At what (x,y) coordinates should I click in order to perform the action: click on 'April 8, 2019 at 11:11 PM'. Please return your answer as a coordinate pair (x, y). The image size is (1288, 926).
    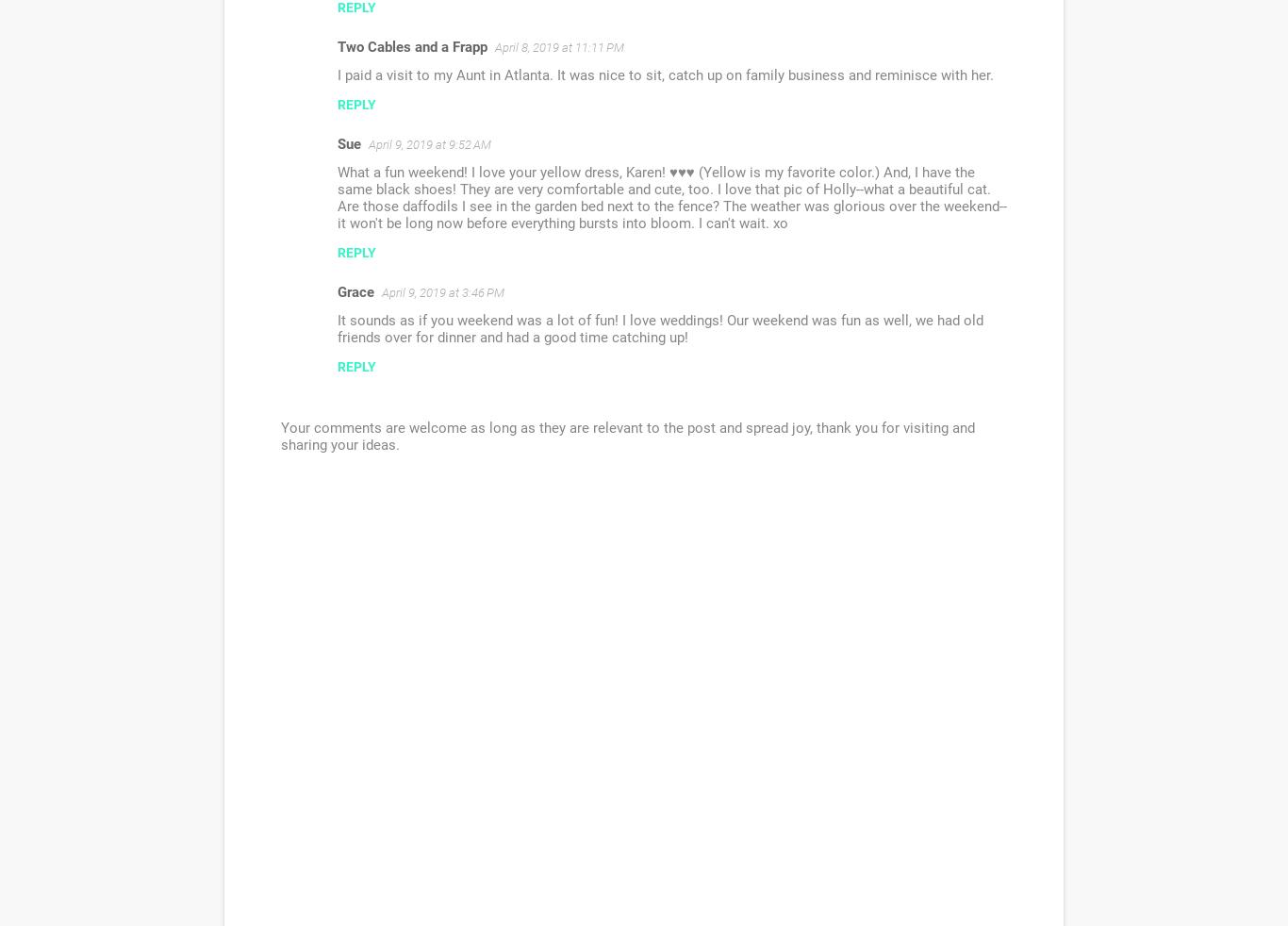
    Looking at the image, I should click on (494, 46).